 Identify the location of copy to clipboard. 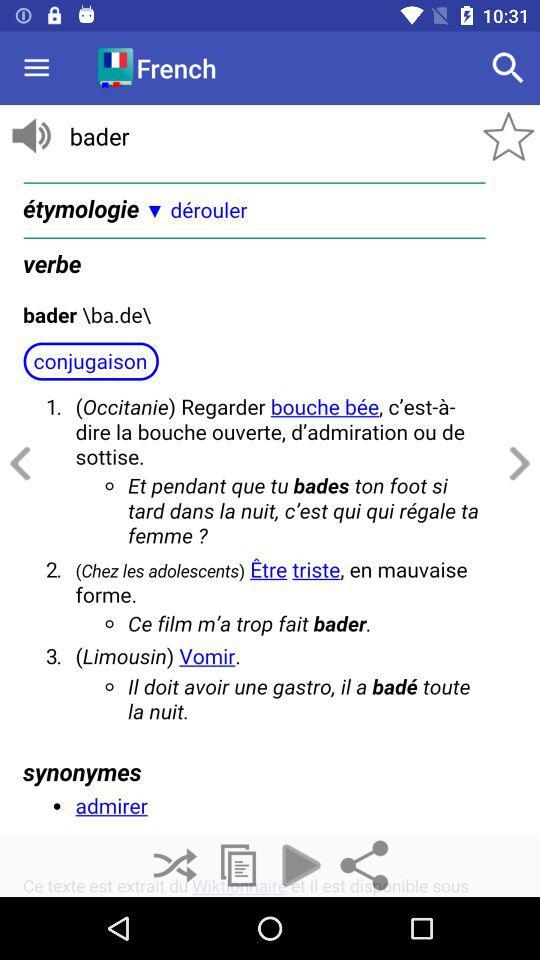
(238, 864).